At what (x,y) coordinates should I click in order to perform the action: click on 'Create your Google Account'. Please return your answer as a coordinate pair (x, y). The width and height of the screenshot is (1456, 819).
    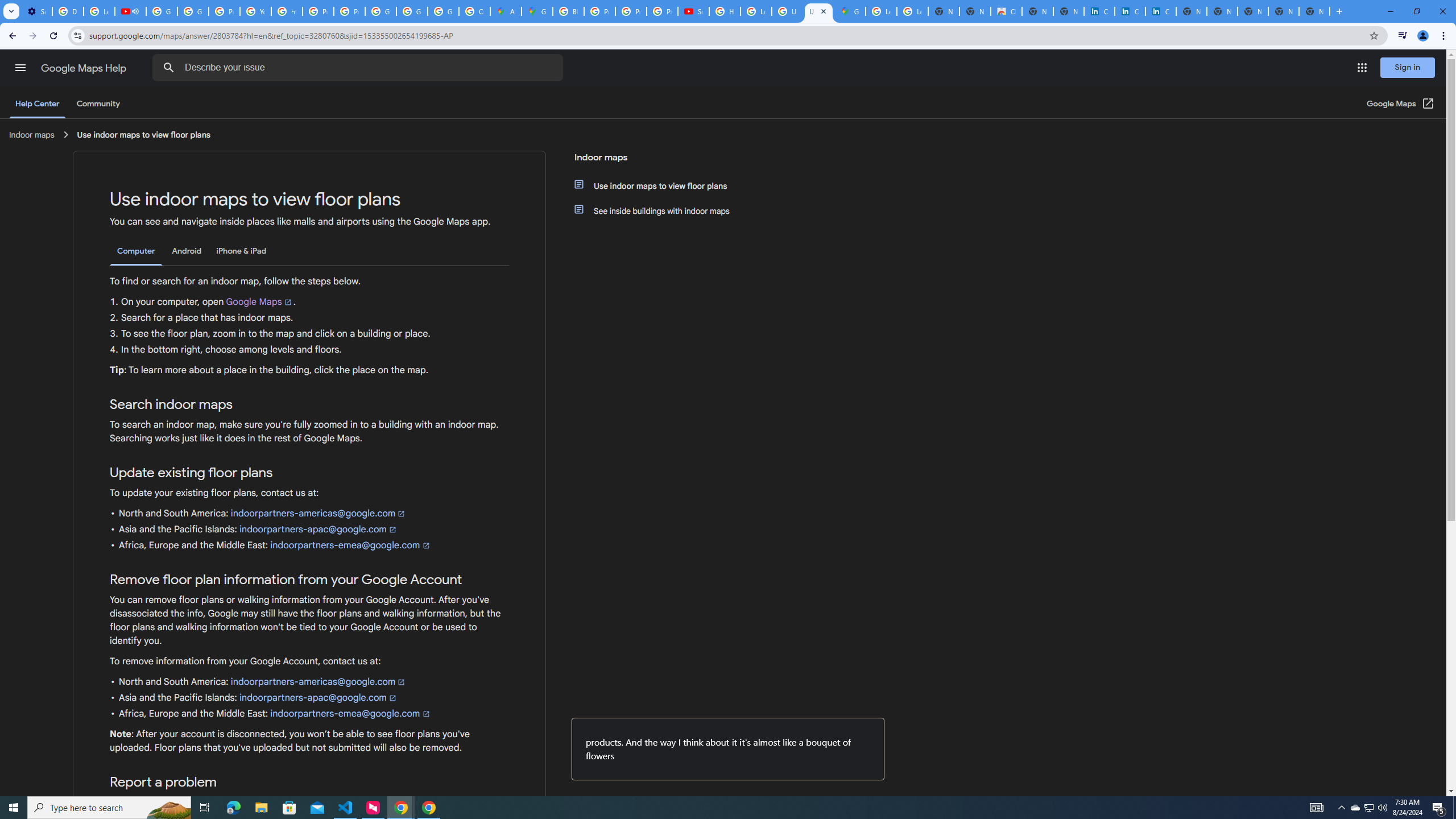
    Looking at the image, I should click on (474, 11).